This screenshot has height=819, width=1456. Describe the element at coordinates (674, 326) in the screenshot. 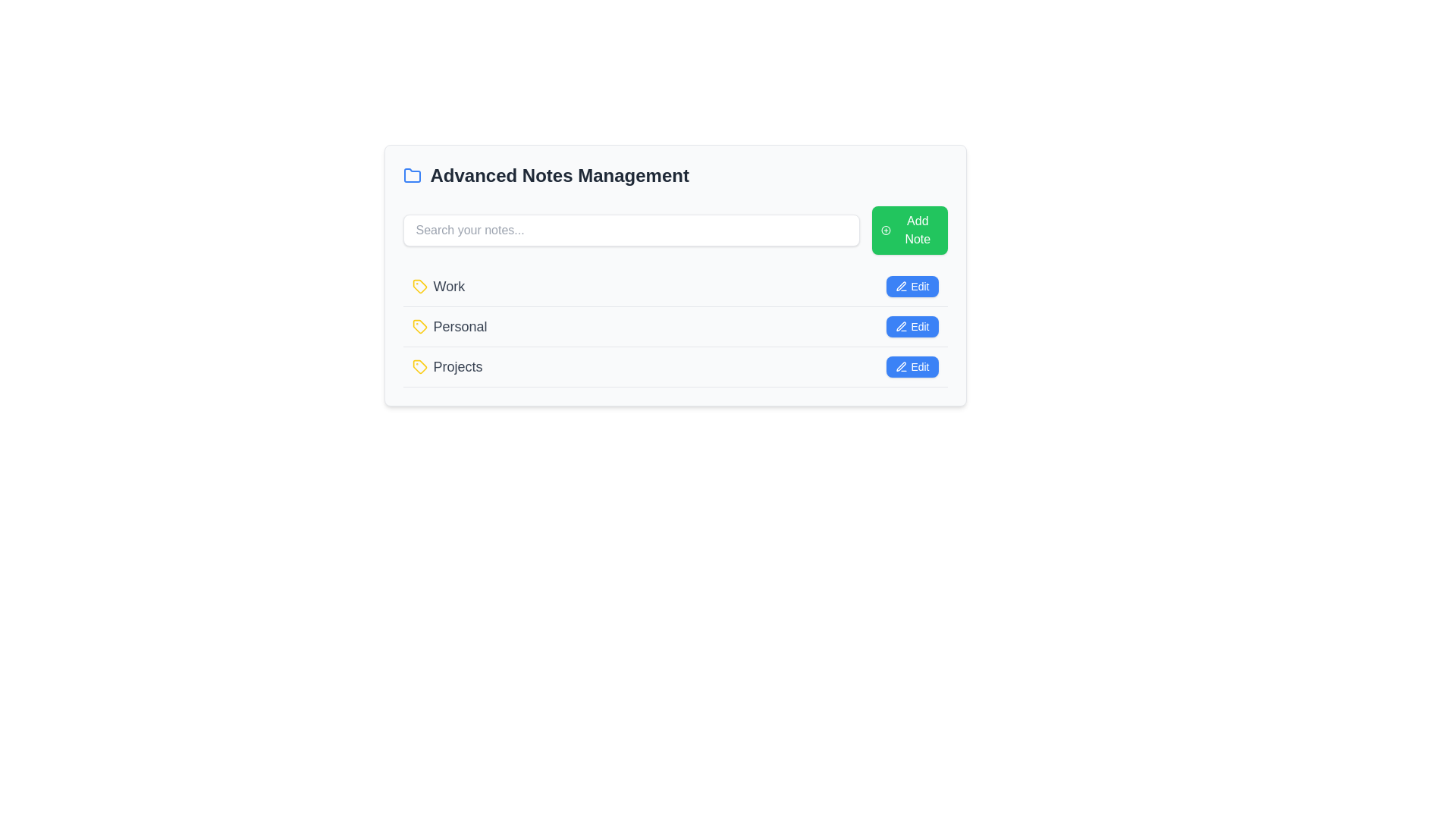

I see `the row labeled 'Personal' in the list under 'Advanced Notes Management'` at that location.